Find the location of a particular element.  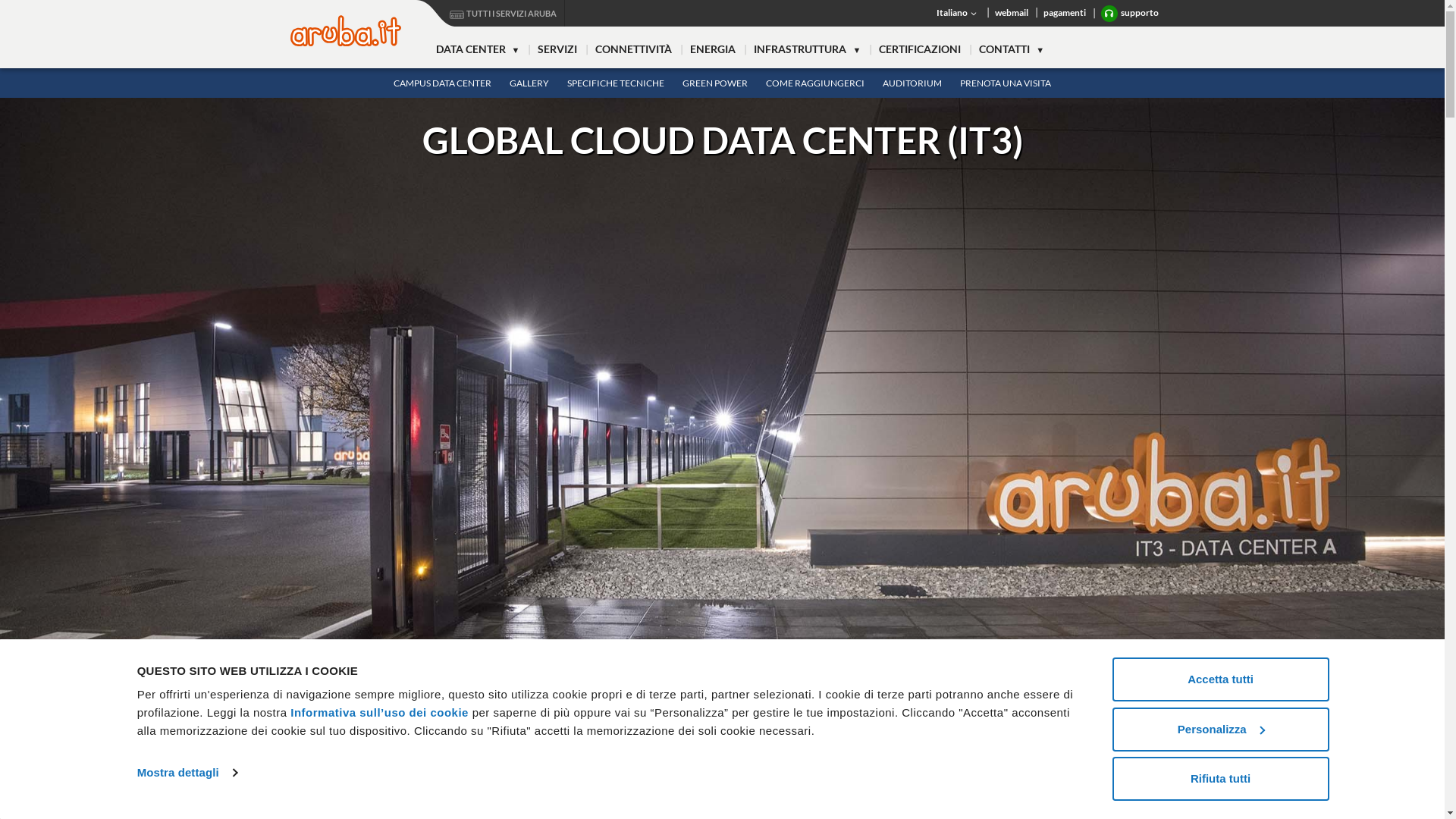

'INFRASTRUTTURA' is located at coordinates (745, 49).